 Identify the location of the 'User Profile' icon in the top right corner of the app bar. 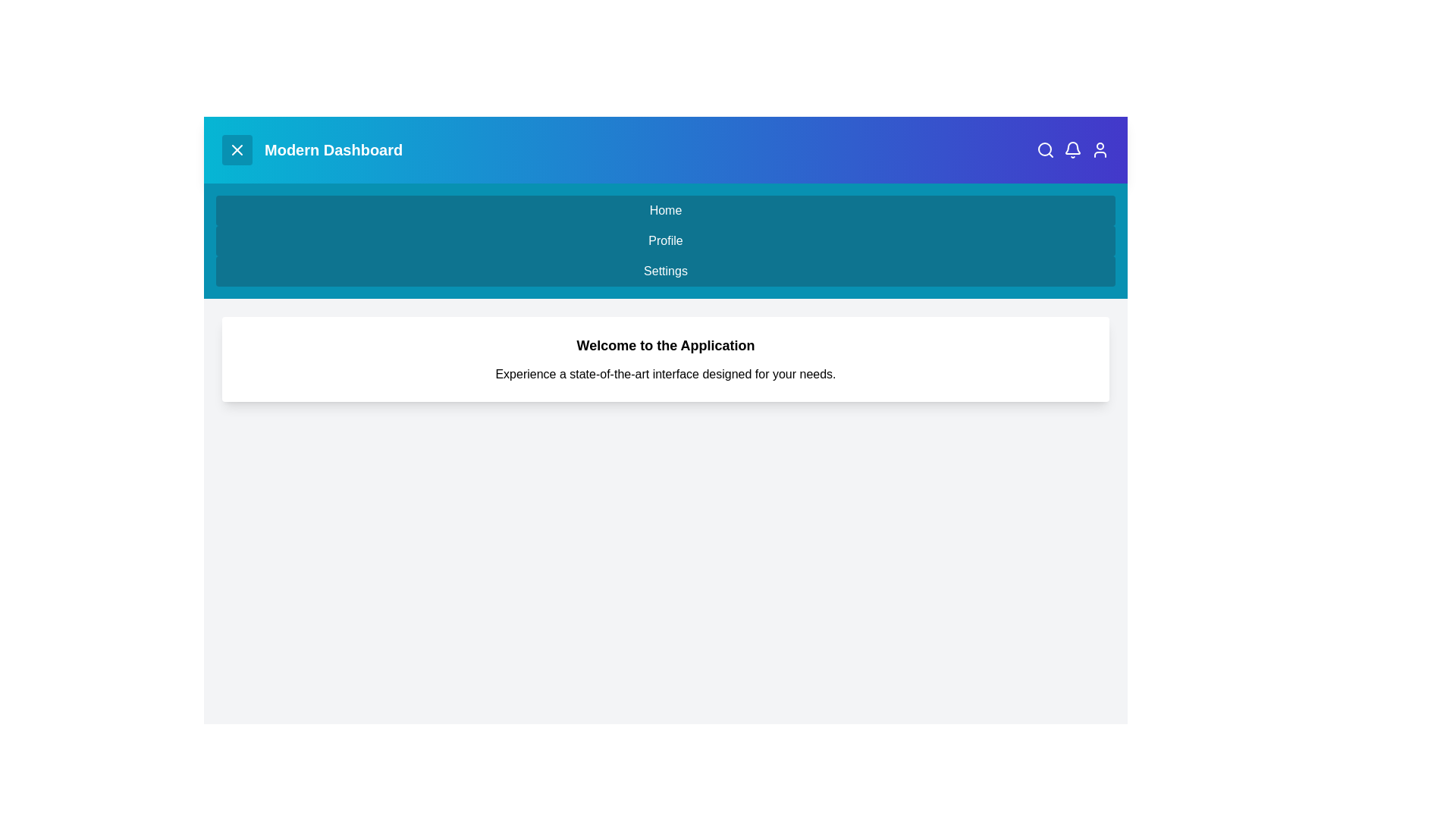
(1100, 149).